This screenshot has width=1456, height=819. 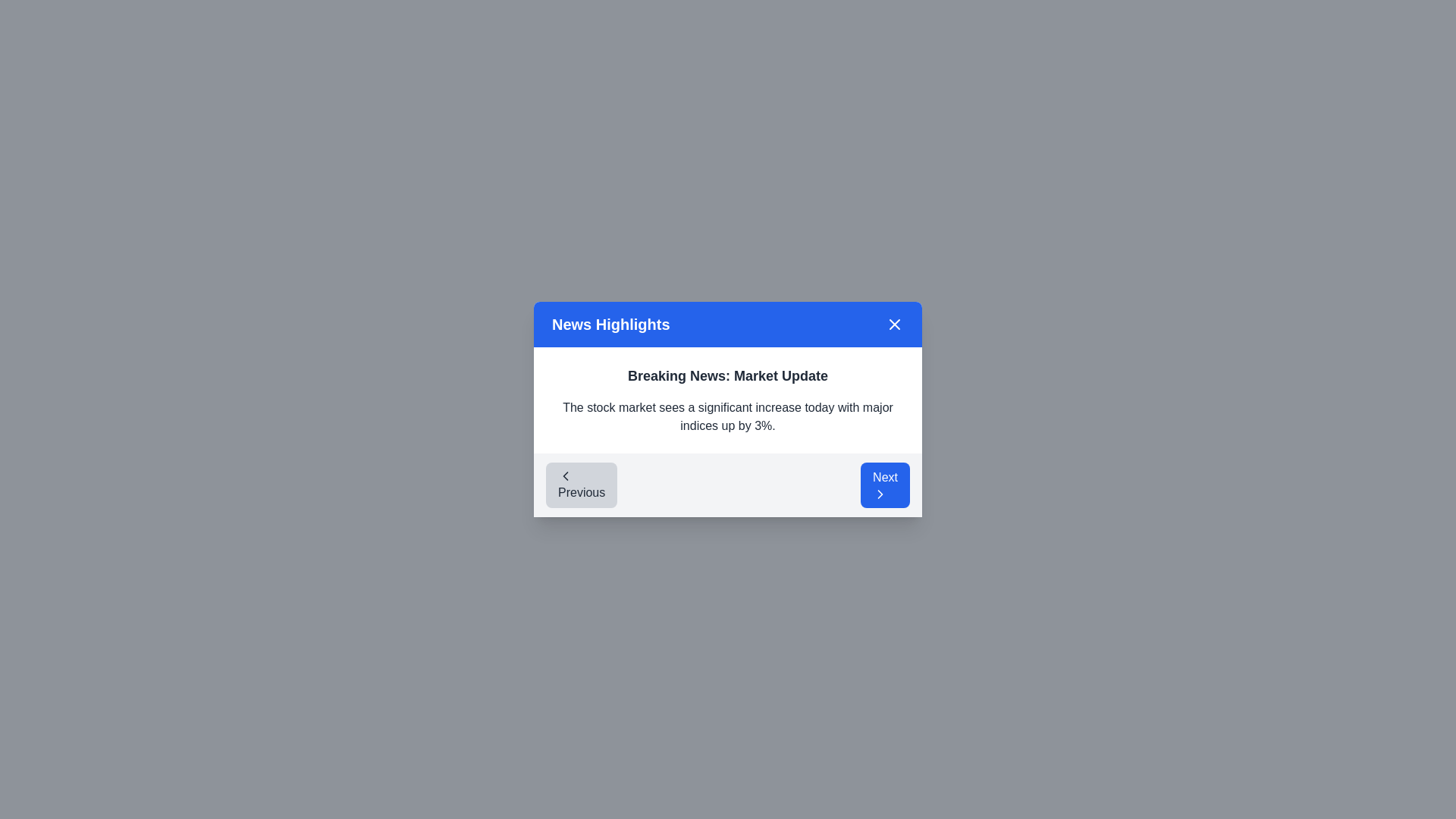 I want to click on the 'Previous' button icon located at the bottom-left corner of the 'News Highlights' modal dialog box, so click(x=564, y=475).